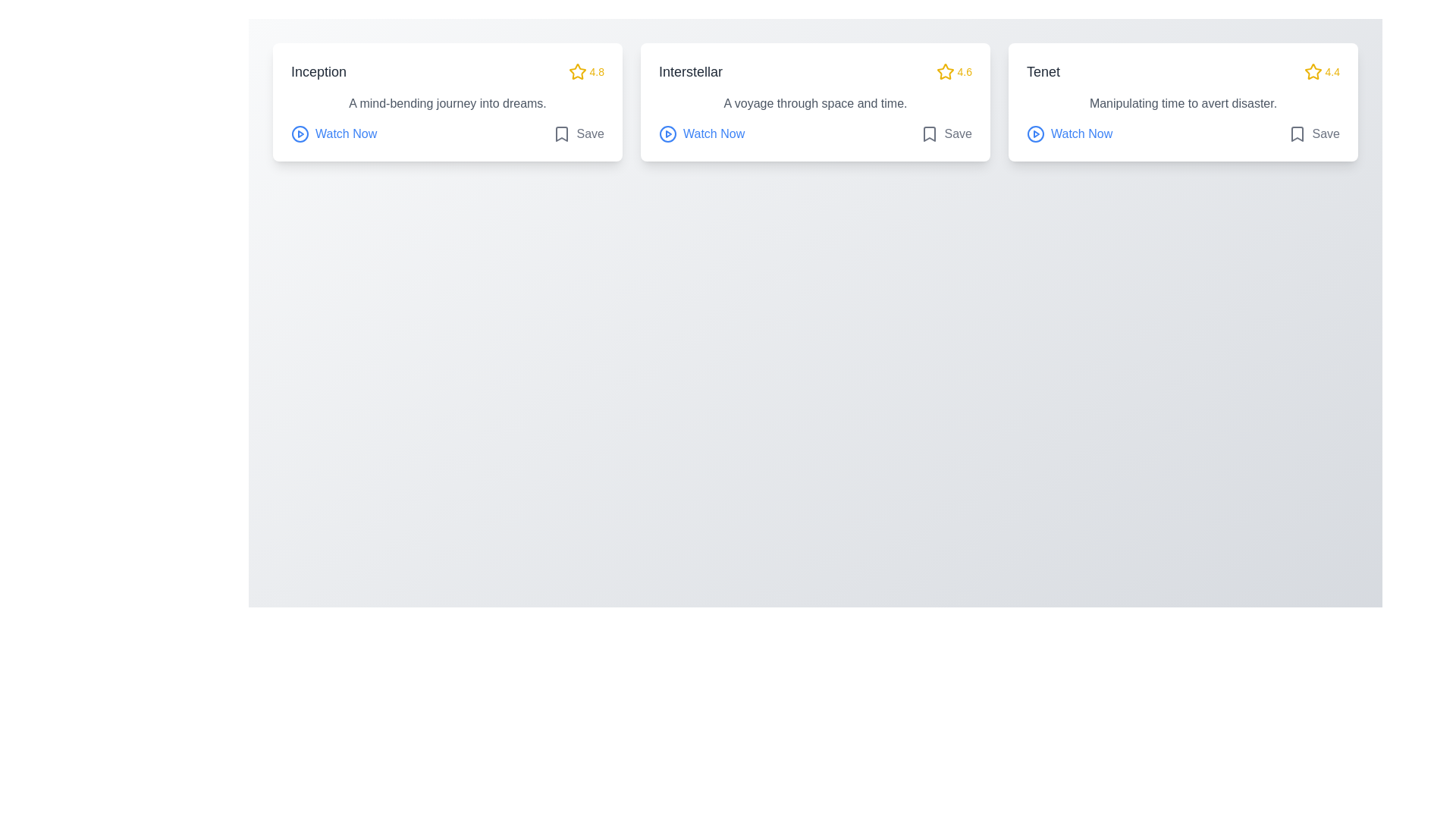 This screenshot has width=1456, height=819. What do you see at coordinates (576, 72) in the screenshot?
I see `the star icon with a yellow outline located in the top-right corner of the card for the movie 'Inception', which is associated with the numeric rating '4.8'` at bounding box center [576, 72].